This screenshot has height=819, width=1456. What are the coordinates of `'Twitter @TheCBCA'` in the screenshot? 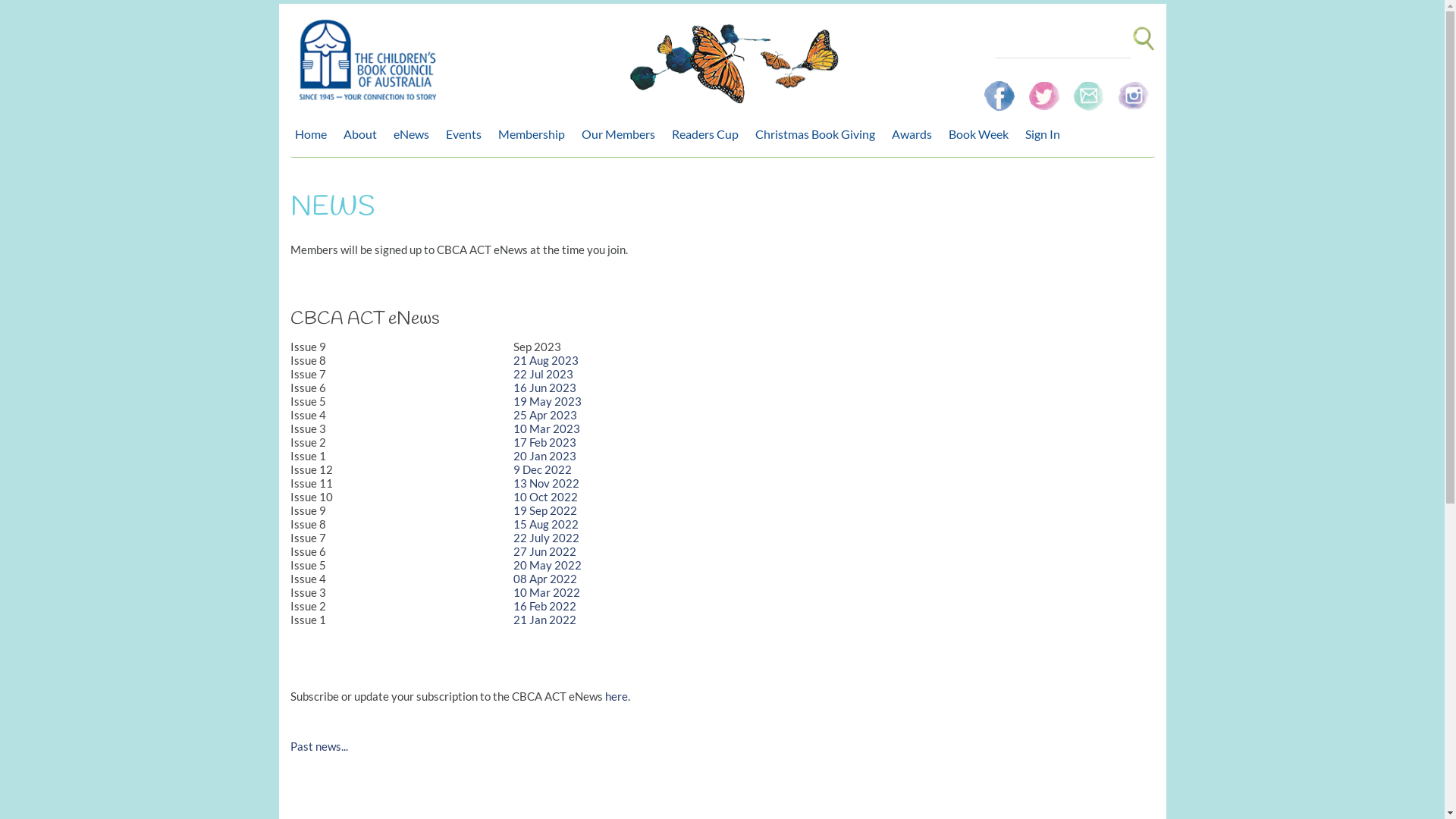 It's located at (1022, 89).